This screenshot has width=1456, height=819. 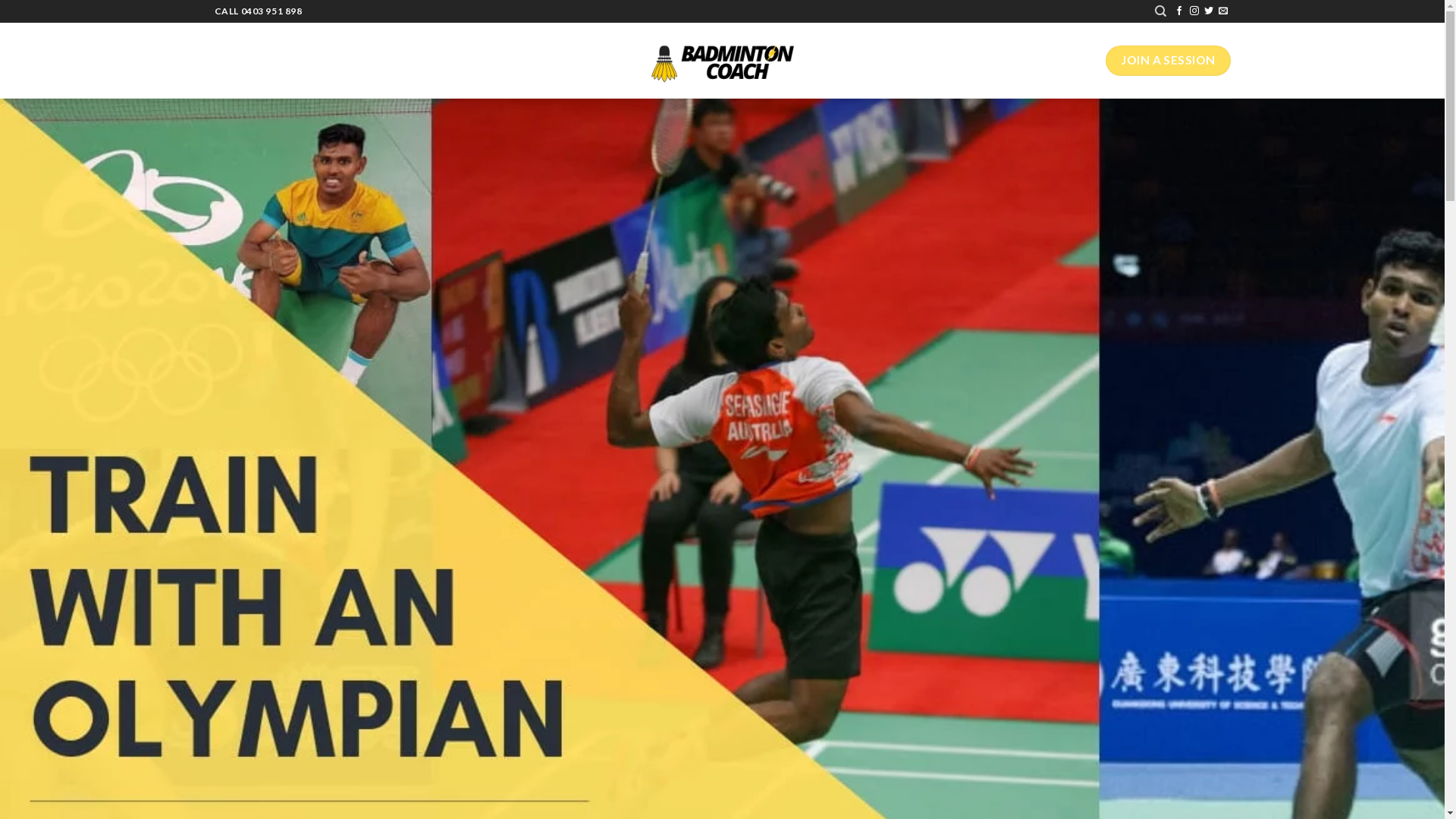 What do you see at coordinates (720, 60) in the screenshot?
I see `'Melbourne Badminton Coach - Personalised Badminton Training'` at bounding box center [720, 60].